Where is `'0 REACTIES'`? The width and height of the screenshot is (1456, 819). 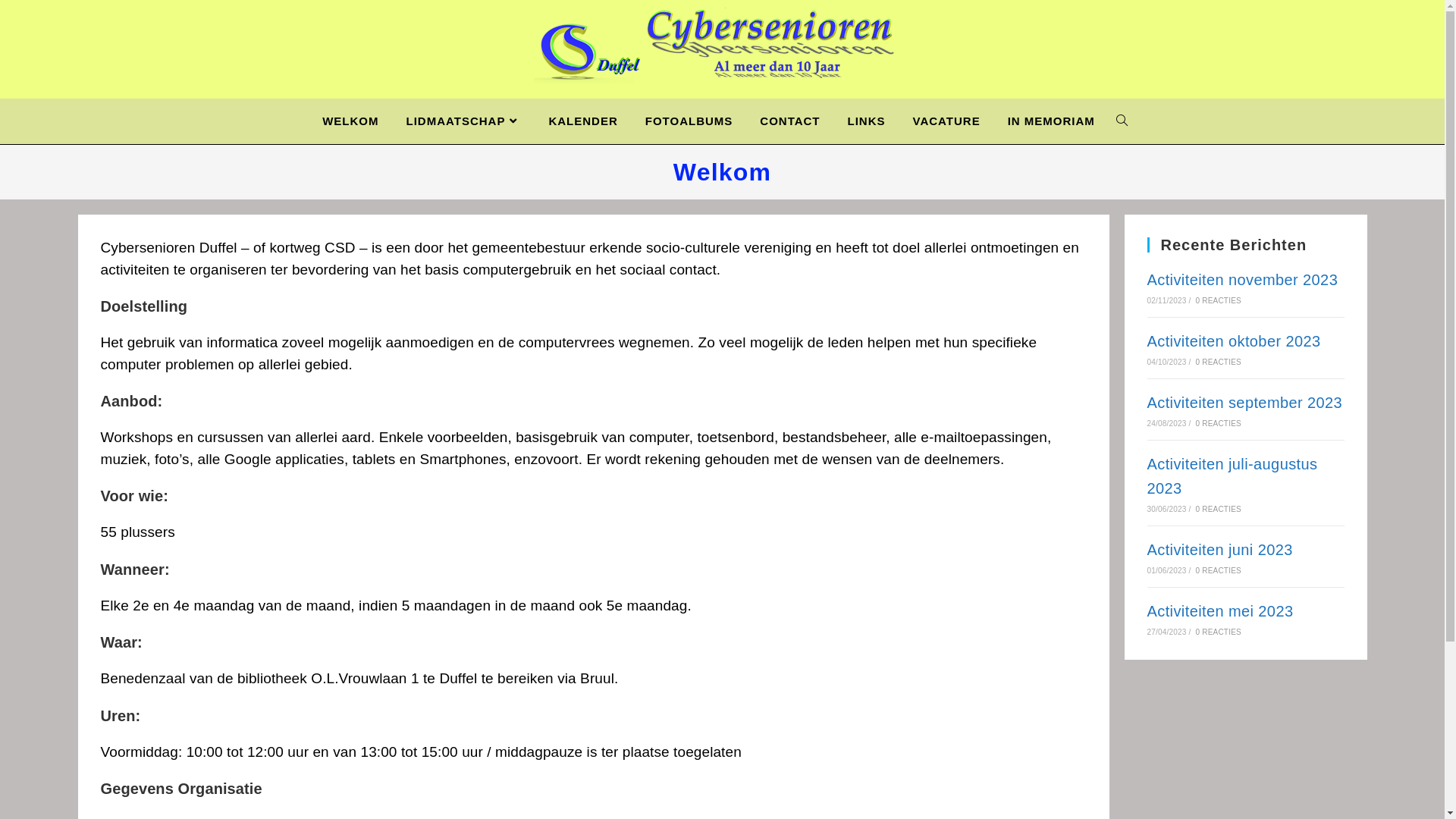
'0 REACTIES' is located at coordinates (1219, 570).